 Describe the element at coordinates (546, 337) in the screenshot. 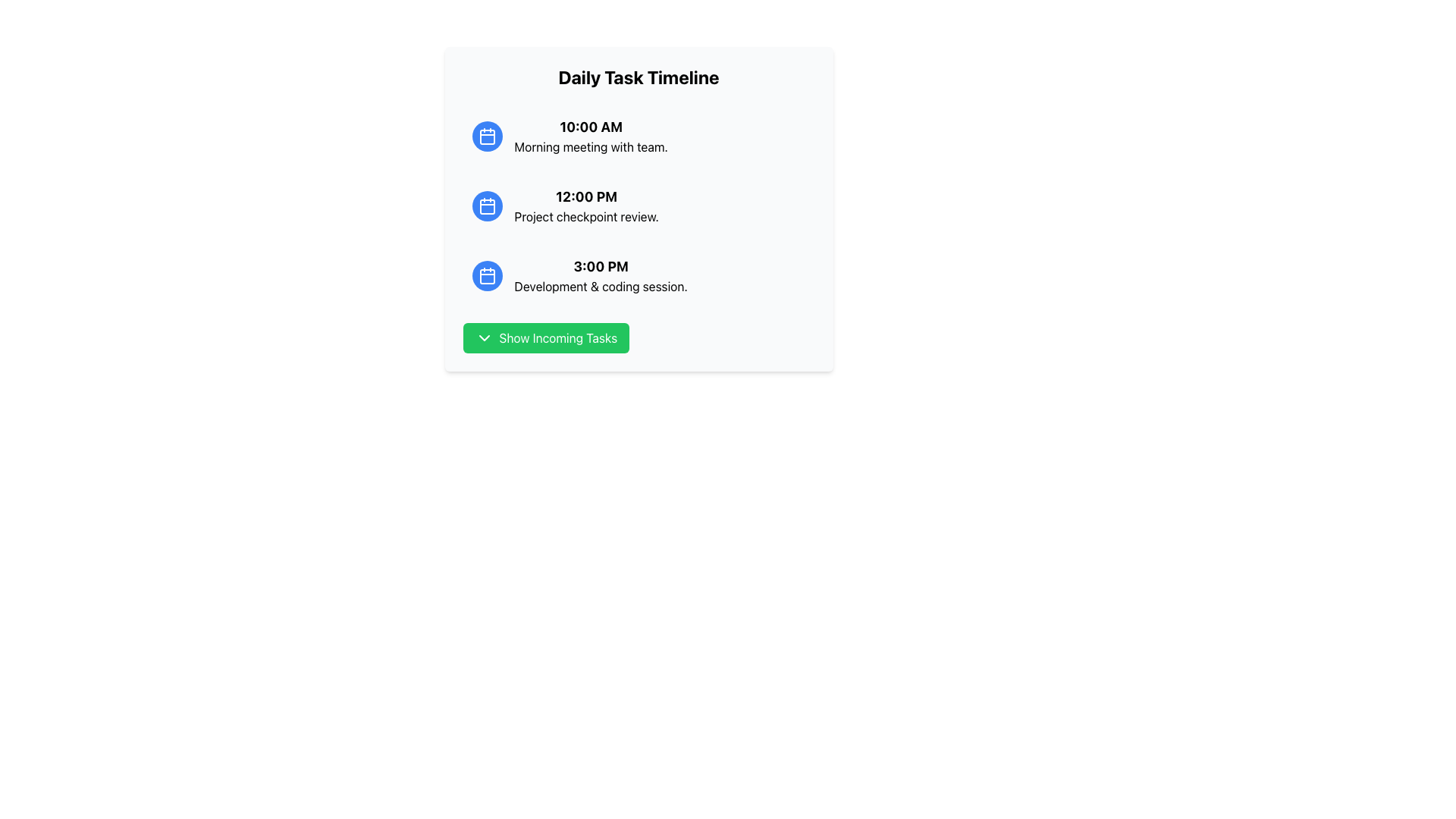

I see `the green button labeled 'Show Incoming Tasks' with rounded corners, located in the bottom part of the 'Daily Task Timeline' panel` at that location.